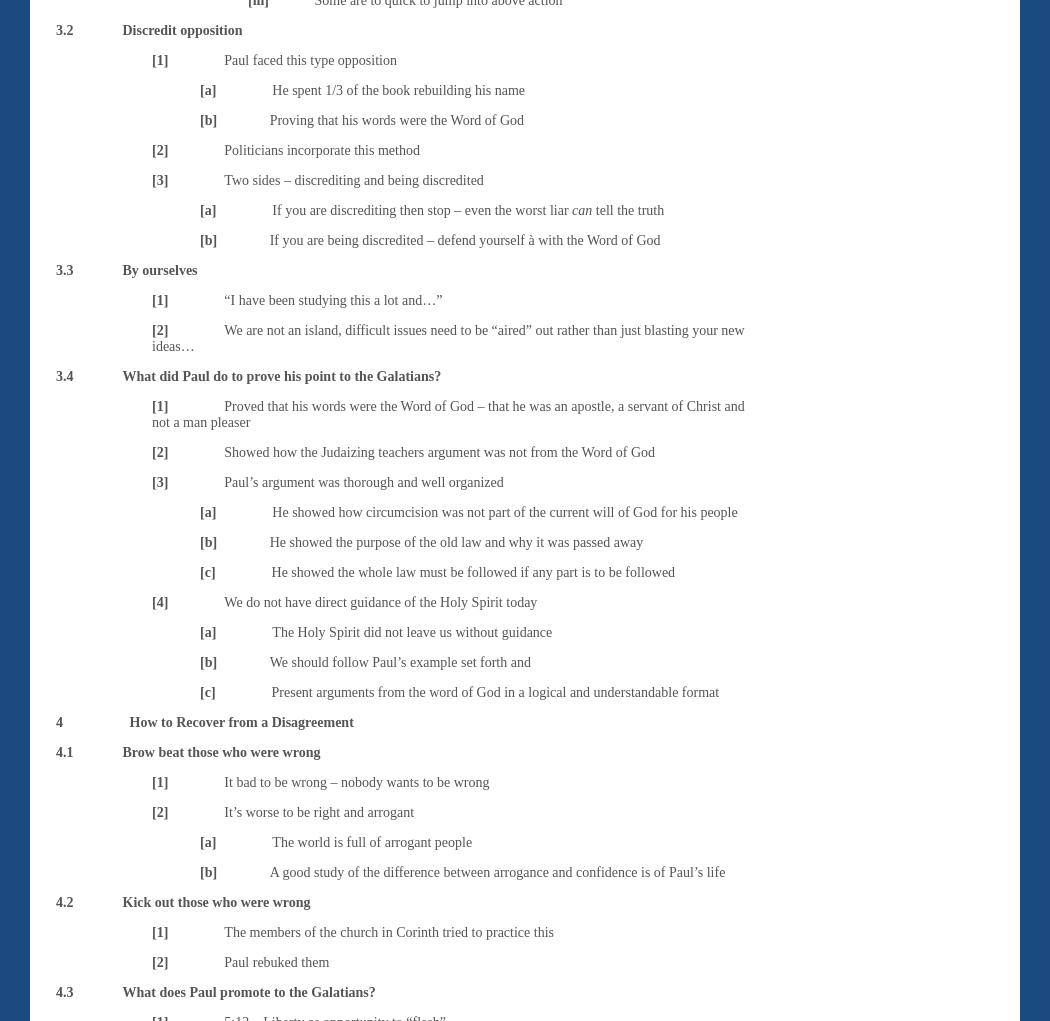 The image size is (1050, 1021). Describe the element at coordinates (396, 119) in the screenshot. I see `'Proving that his words were the Word of God'` at that location.